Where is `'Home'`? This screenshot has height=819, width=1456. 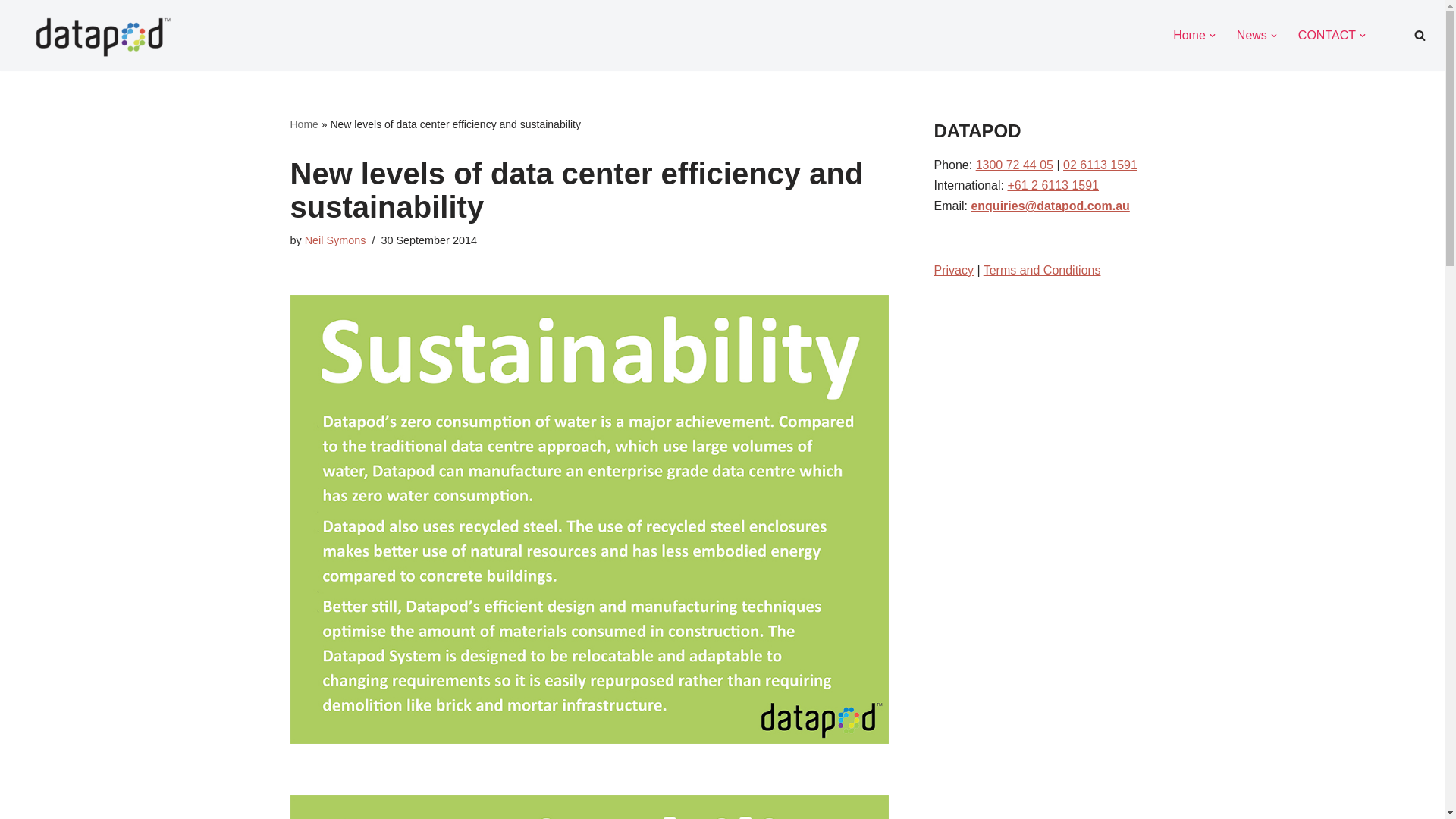 'Home' is located at coordinates (303, 124).